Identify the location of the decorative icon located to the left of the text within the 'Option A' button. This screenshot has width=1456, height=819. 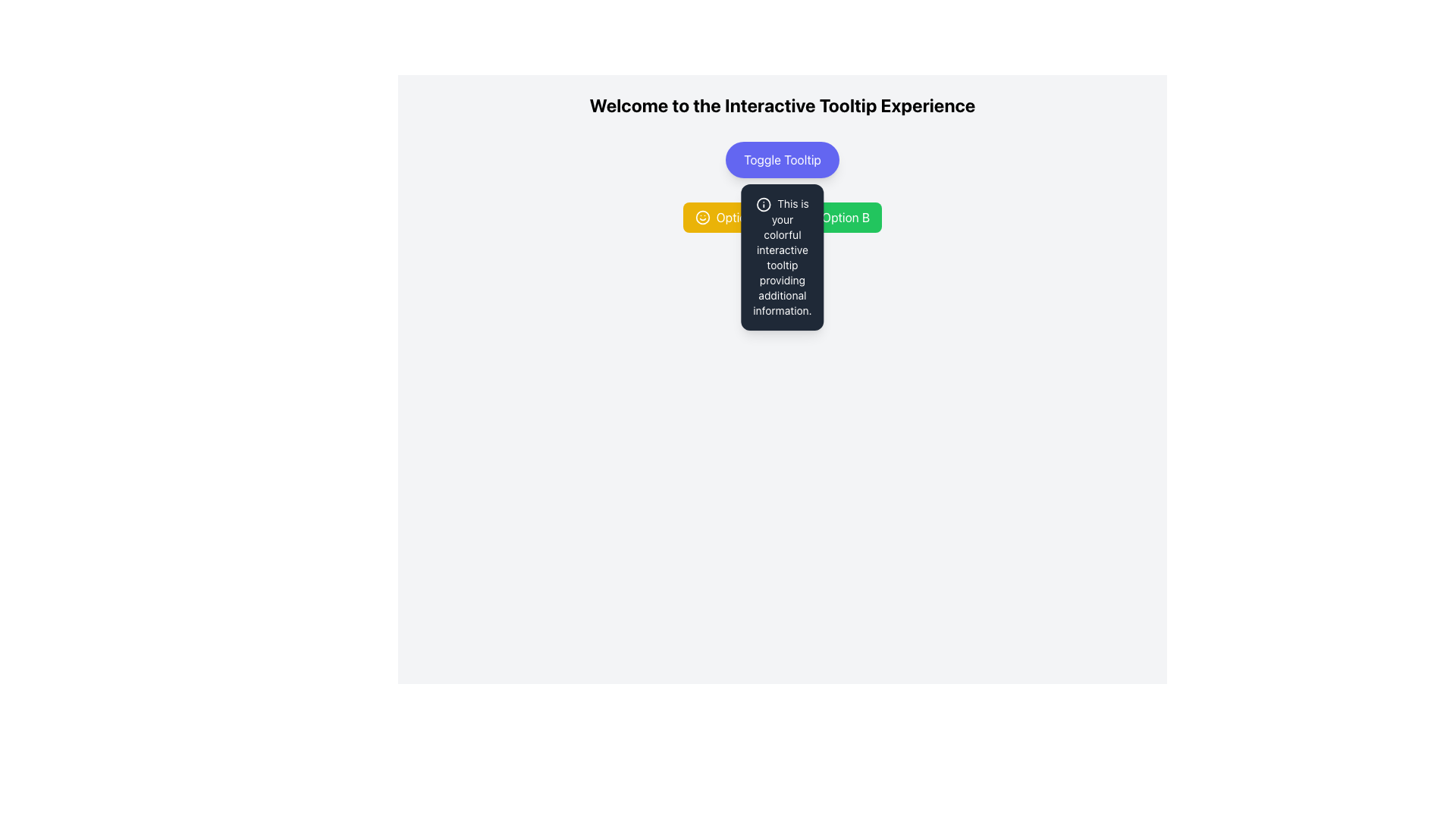
(701, 217).